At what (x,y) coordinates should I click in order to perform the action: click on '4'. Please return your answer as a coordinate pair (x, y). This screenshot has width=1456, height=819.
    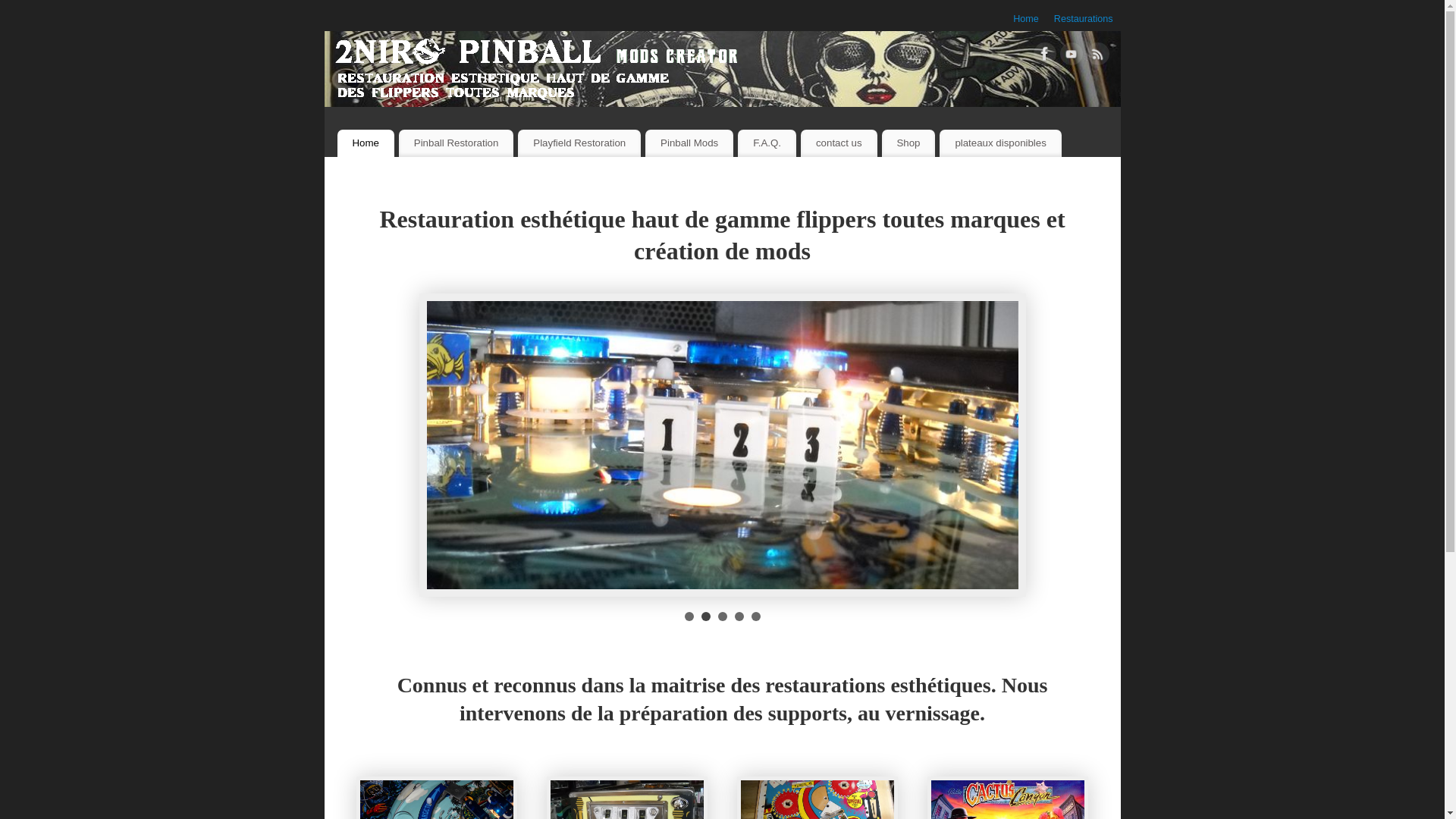
    Looking at the image, I should click on (739, 617).